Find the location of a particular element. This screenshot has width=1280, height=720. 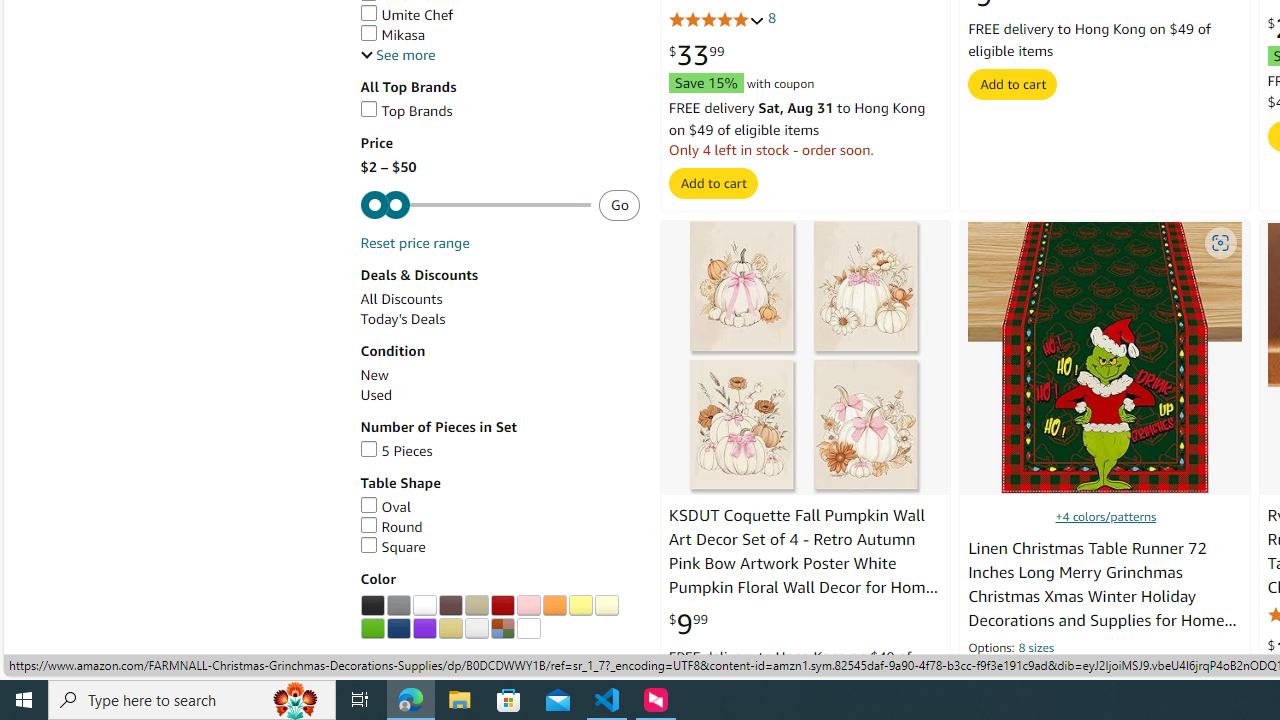

'Umite Chef' is located at coordinates (406, 15).